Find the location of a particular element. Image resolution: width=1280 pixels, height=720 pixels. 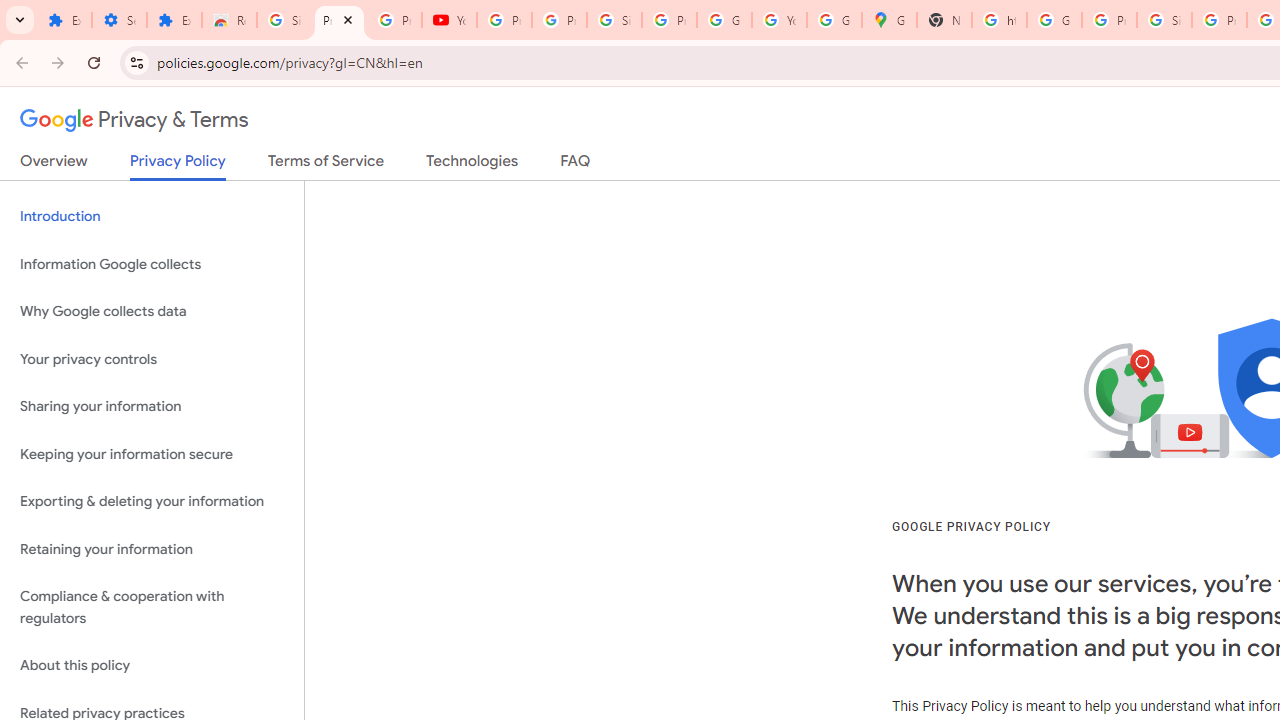

'YouTube' is located at coordinates (448, 20).